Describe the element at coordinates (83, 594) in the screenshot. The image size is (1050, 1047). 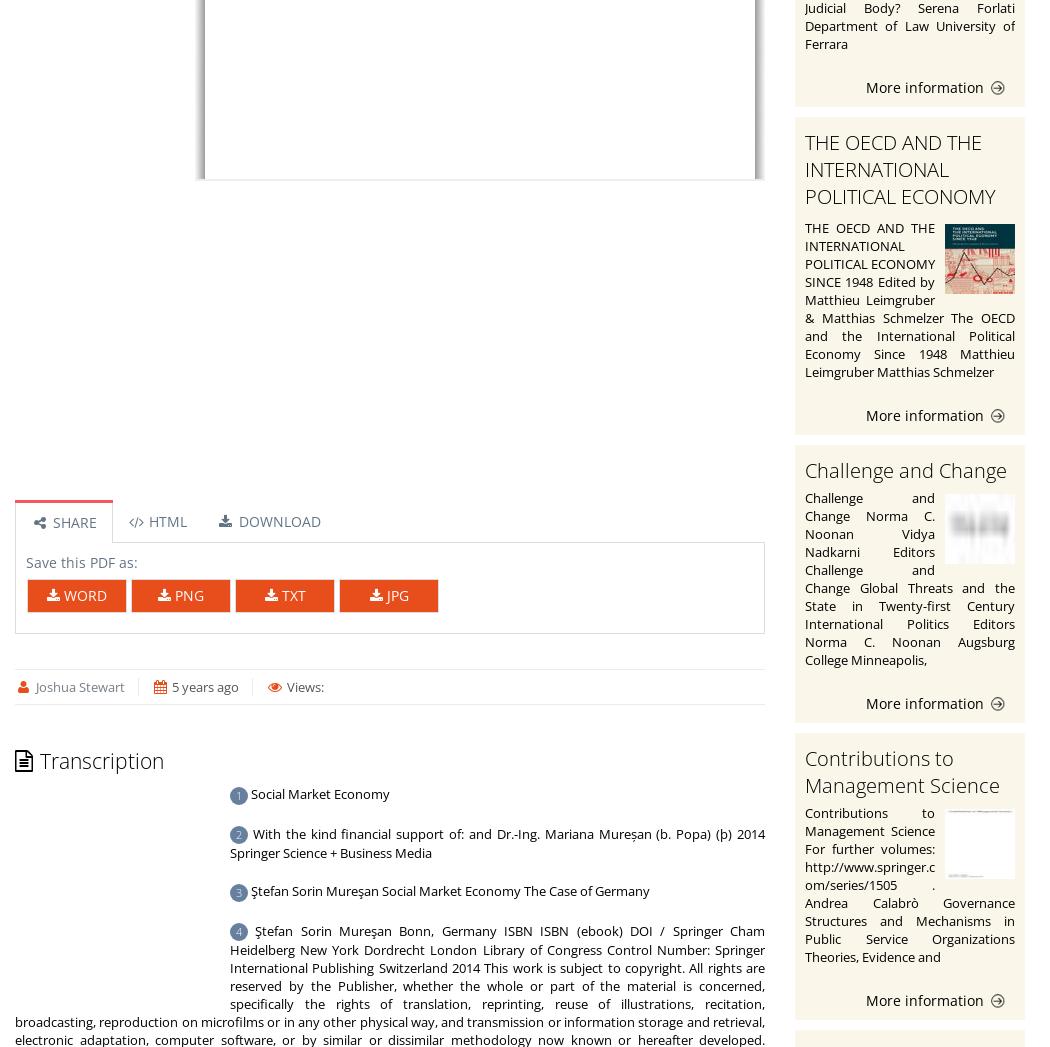
I see `'WORD'` at that location.